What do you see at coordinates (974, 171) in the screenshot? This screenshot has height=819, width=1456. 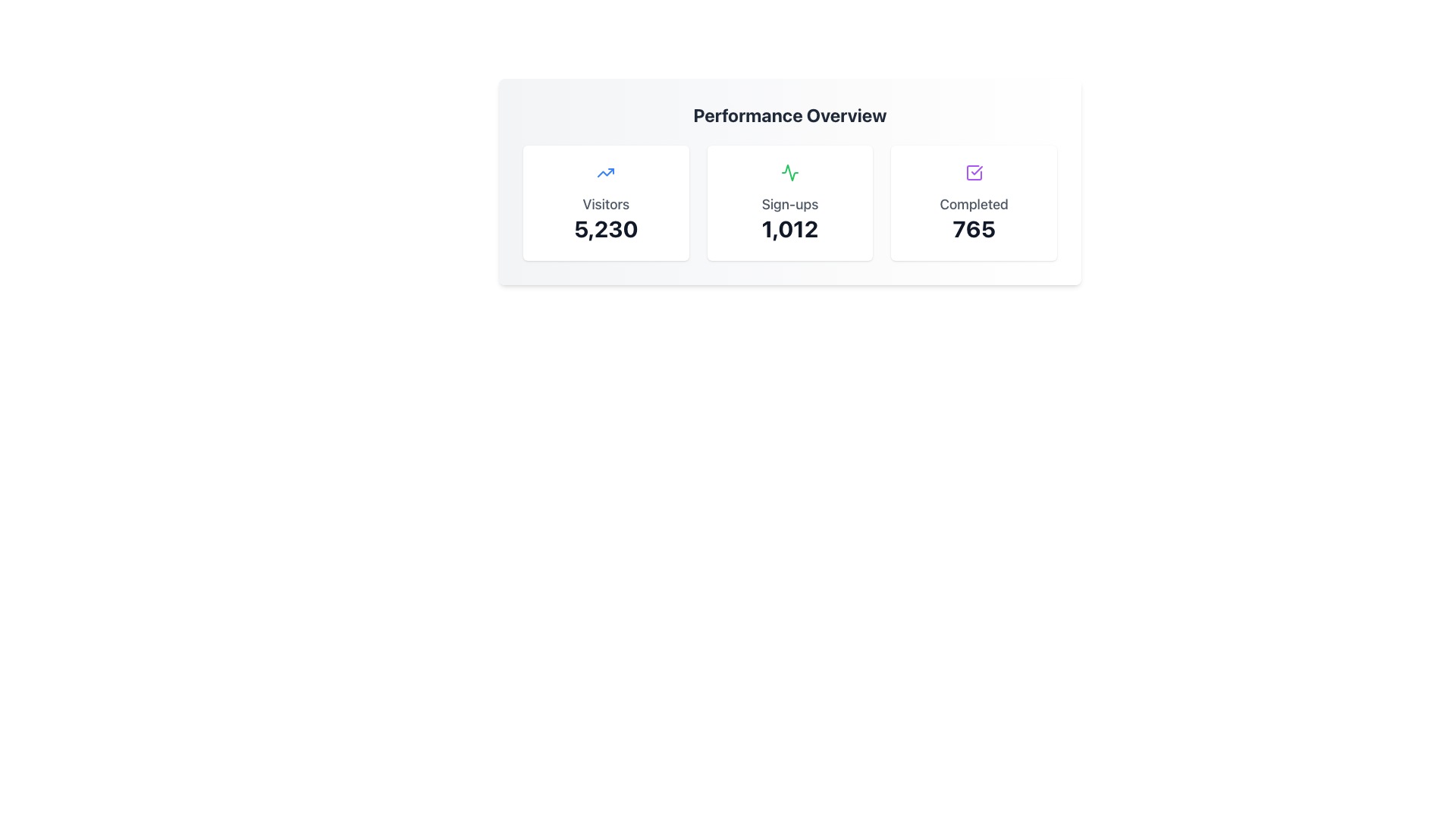 I see `the SVG icon representing the 'Completed' count in the Performance Overview section, located on the far-right side of the statistics card` at bounding box center [974, 171].